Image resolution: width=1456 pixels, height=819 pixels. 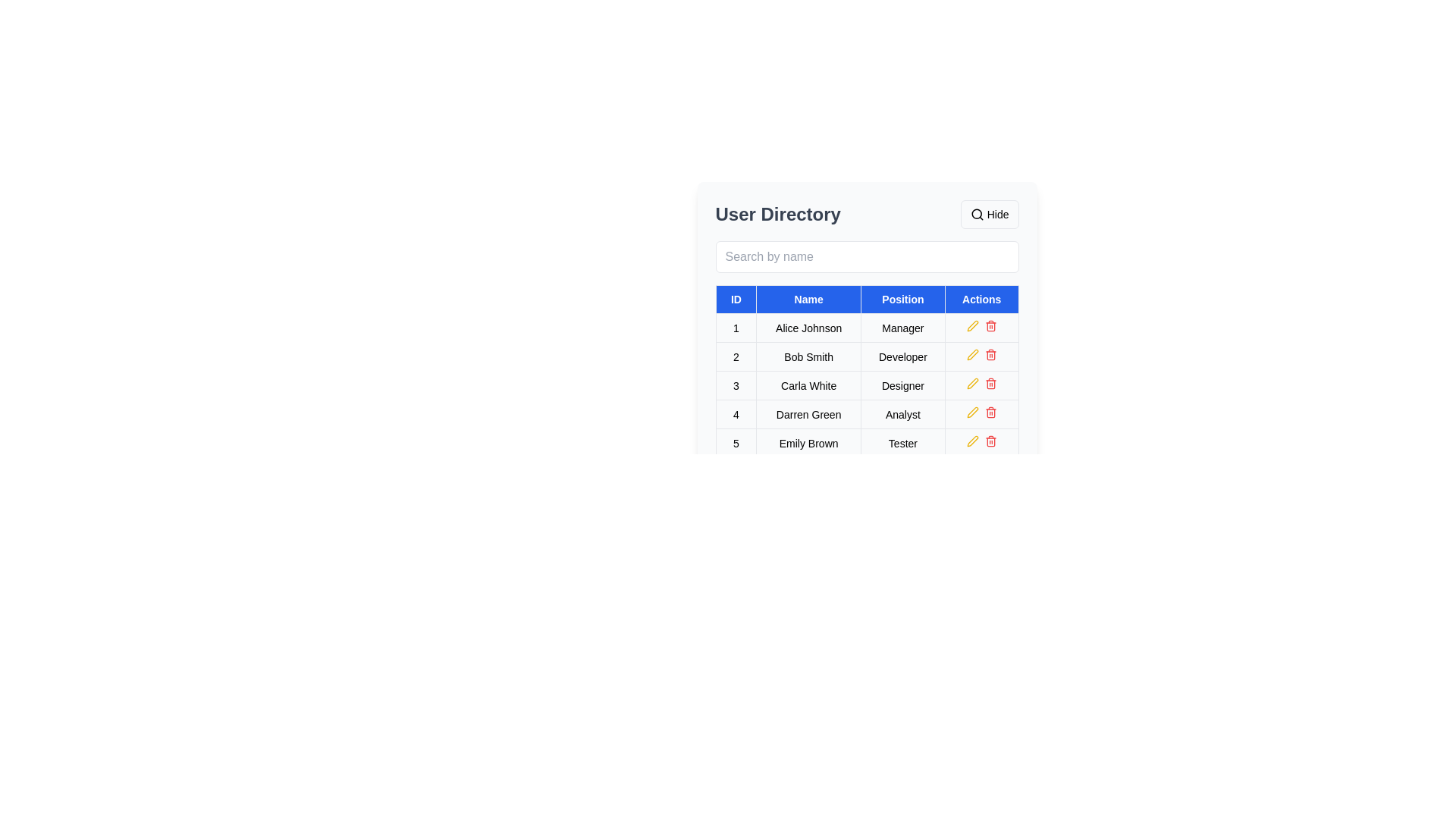 I want to click on the trash can icon button in the 'Actions' column of the first row of the table, so click(x=990, y=325).